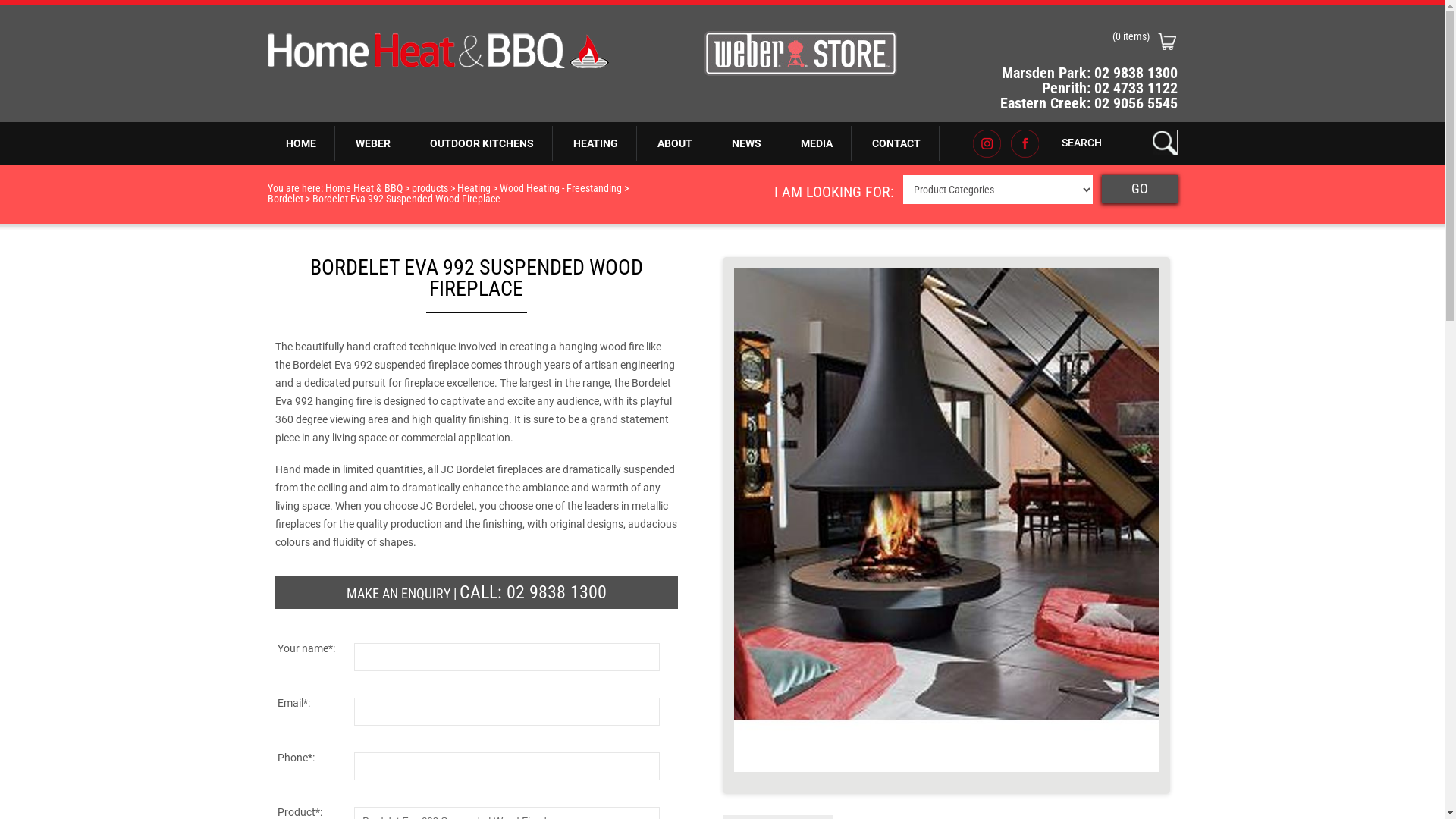 Image resolution: width=1456 pixels, height=819 pixels. I want to click on '(0 items)', so click(1071, 40).